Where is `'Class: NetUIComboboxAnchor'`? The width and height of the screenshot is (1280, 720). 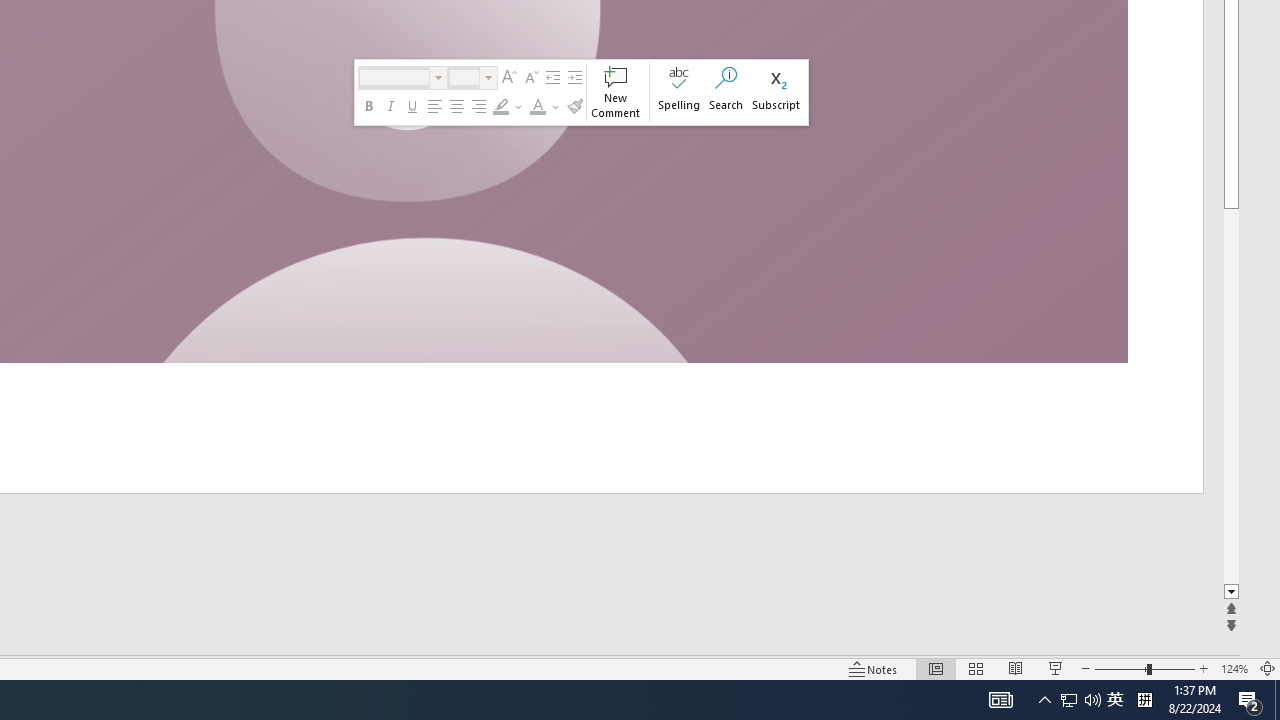
'Class: NetUIComboboxAnchor' is located at coordinates (471, 77).